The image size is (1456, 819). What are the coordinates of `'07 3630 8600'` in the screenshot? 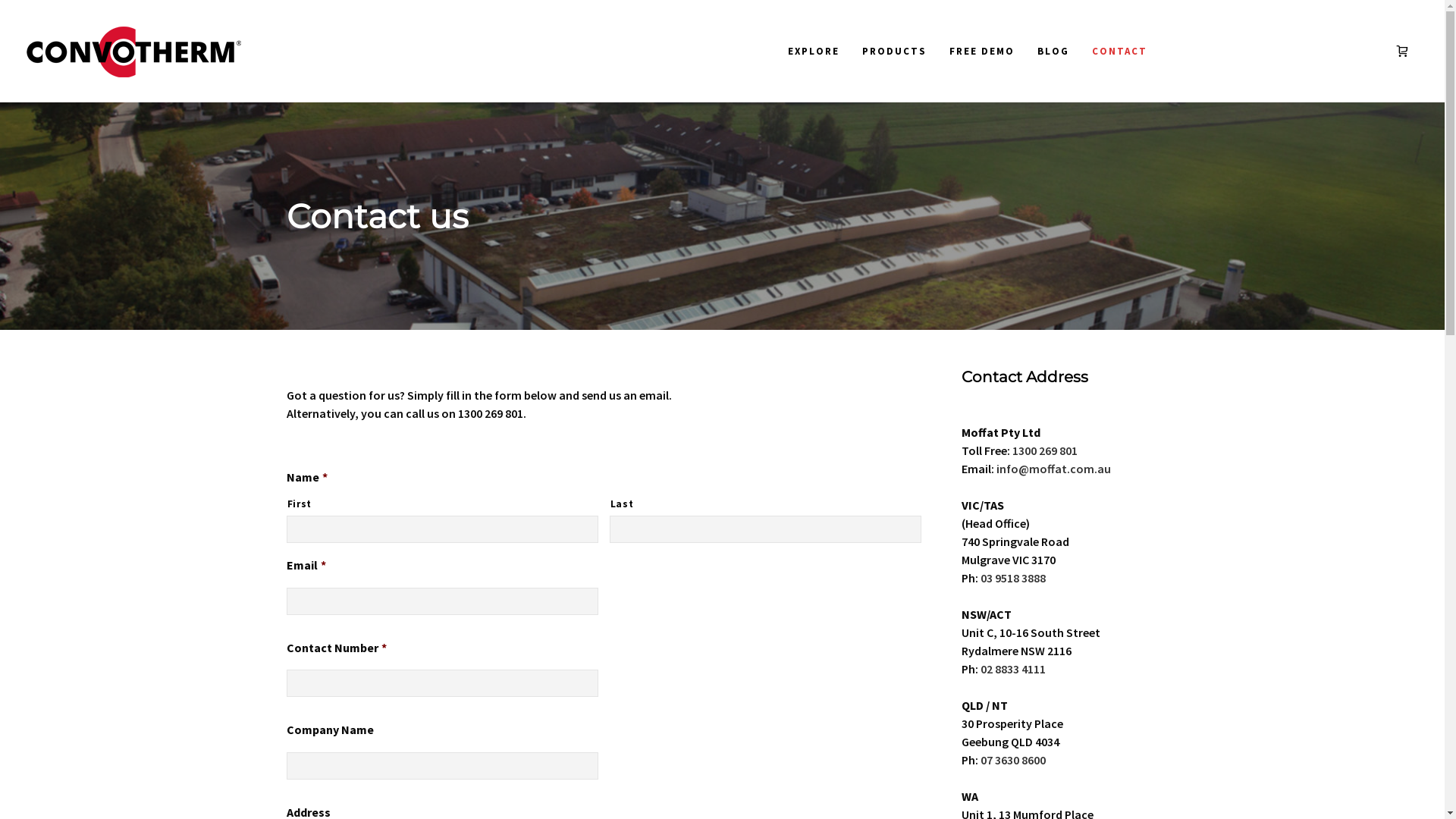 It's located at (1012, 760).